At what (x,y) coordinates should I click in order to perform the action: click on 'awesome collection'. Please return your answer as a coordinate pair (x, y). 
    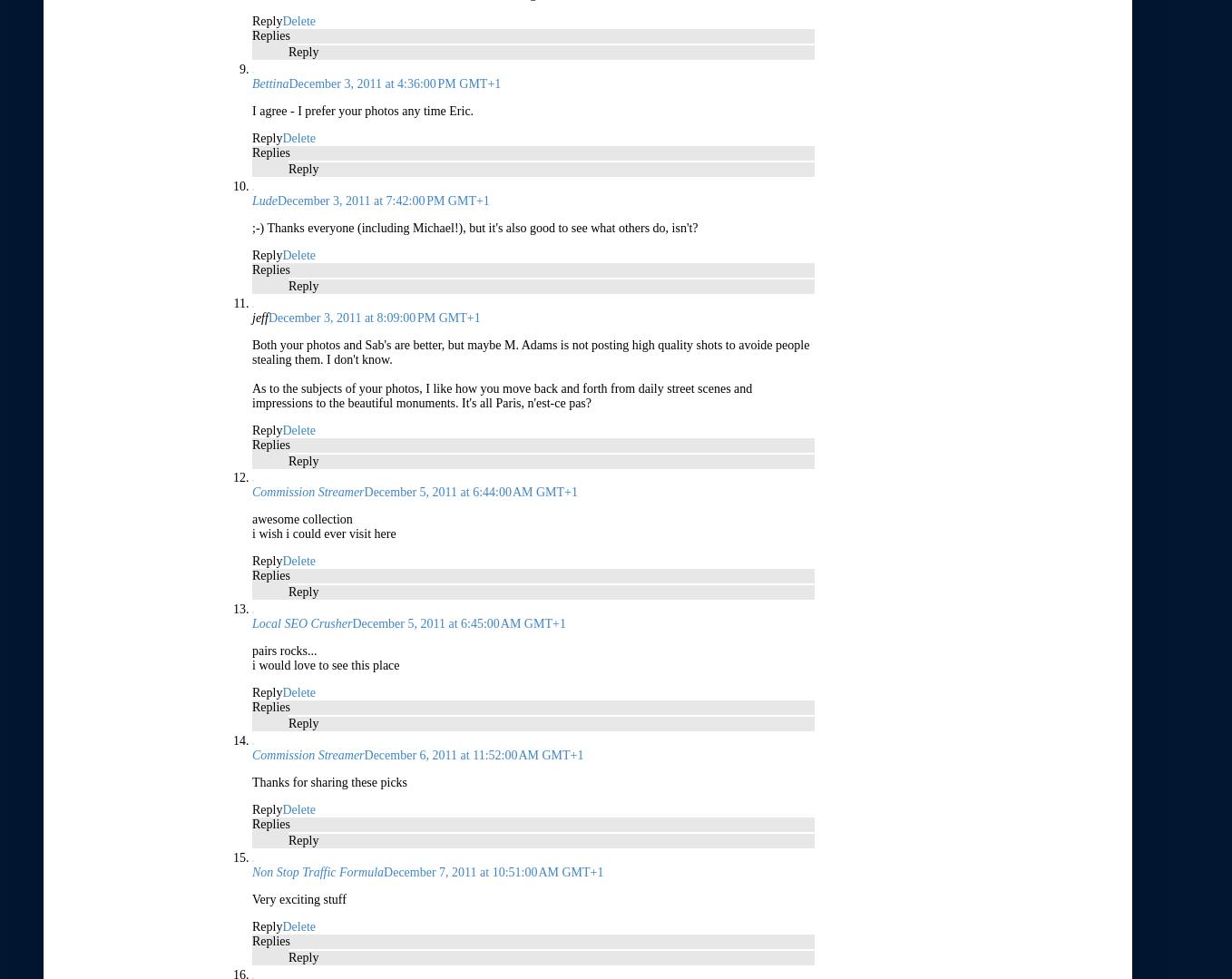
    Looking at the image, I should click on (251, 518).